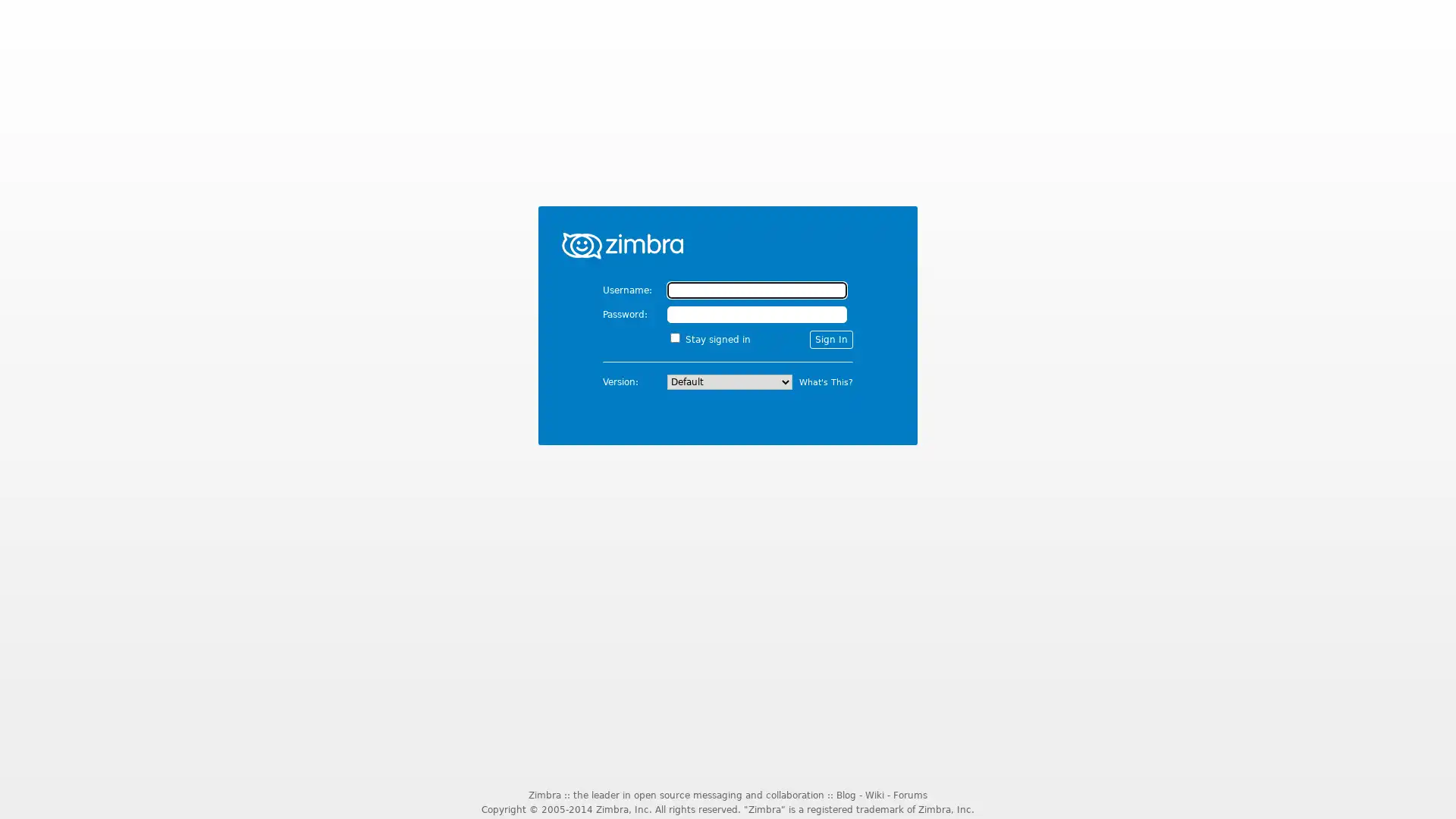  I want to click on Sign In, so click(830, 338).